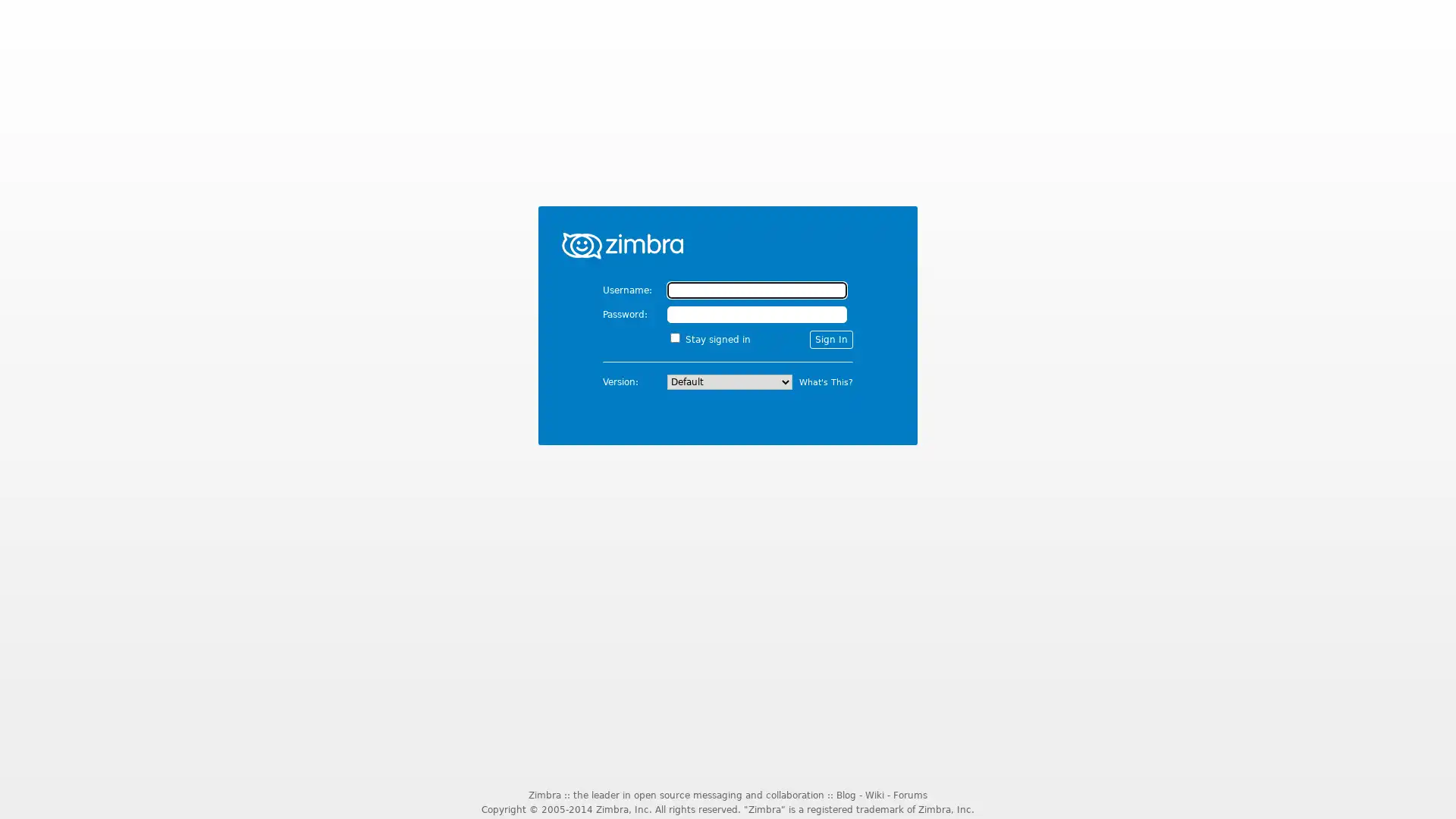  I want to click on Sign In, so click(830, 338).